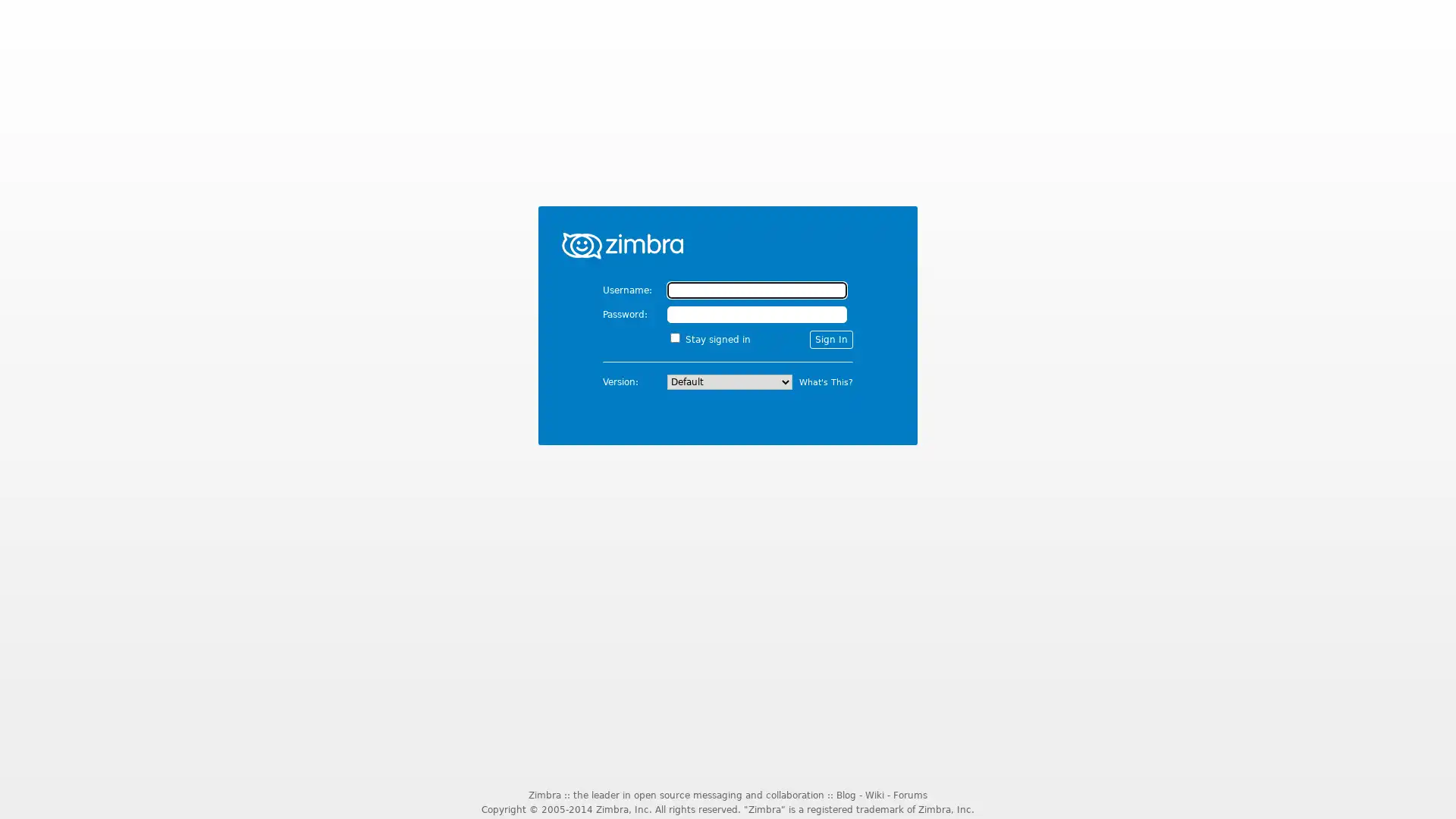  I want to click on Sign In, so click(830, 338).